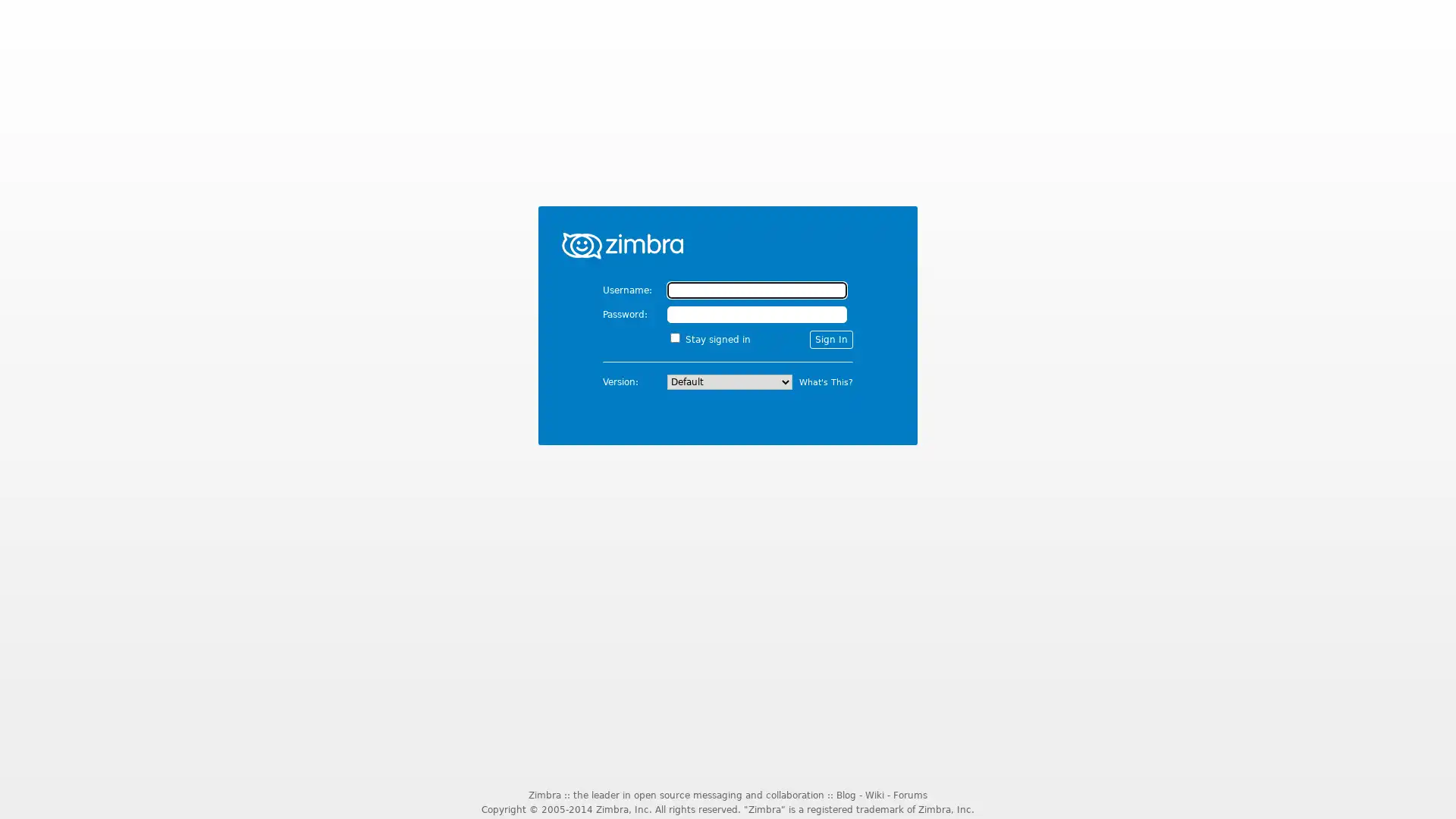  I want to click on Sign In, so click(830, 338).